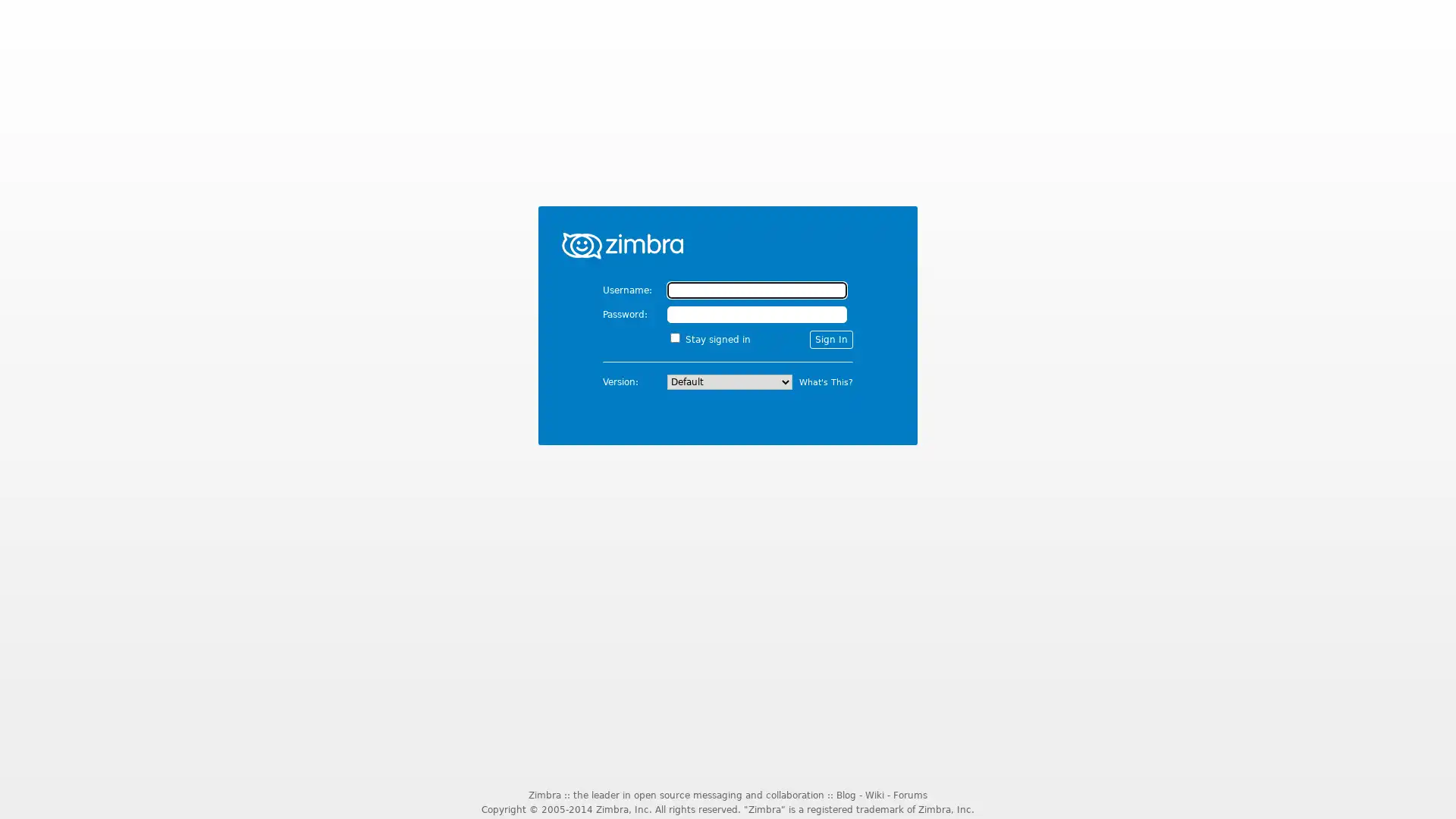  I want to click on Sign In, so click(830, 338).